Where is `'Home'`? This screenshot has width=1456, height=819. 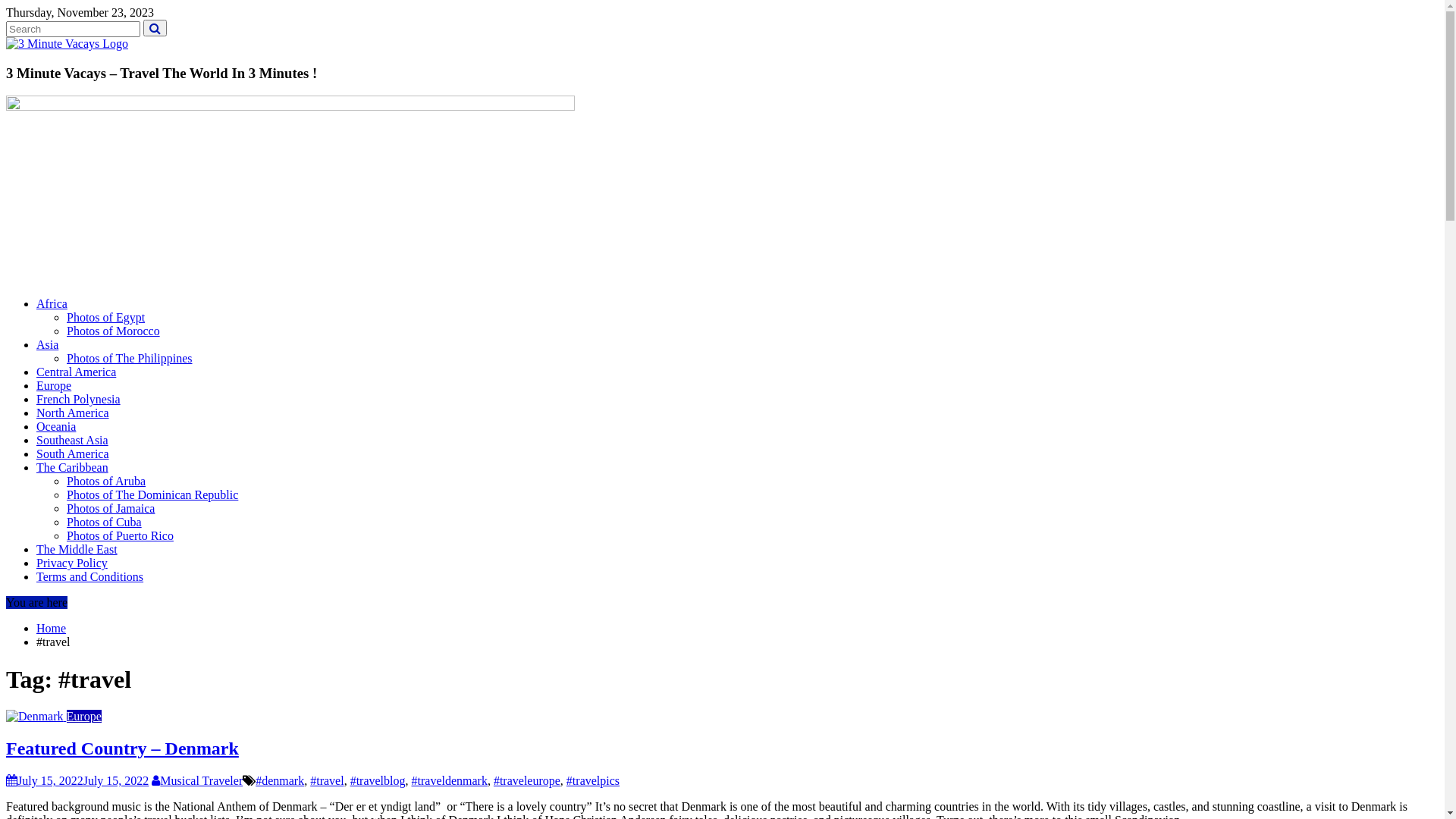
'Home' is located at coordinates (51, 628).